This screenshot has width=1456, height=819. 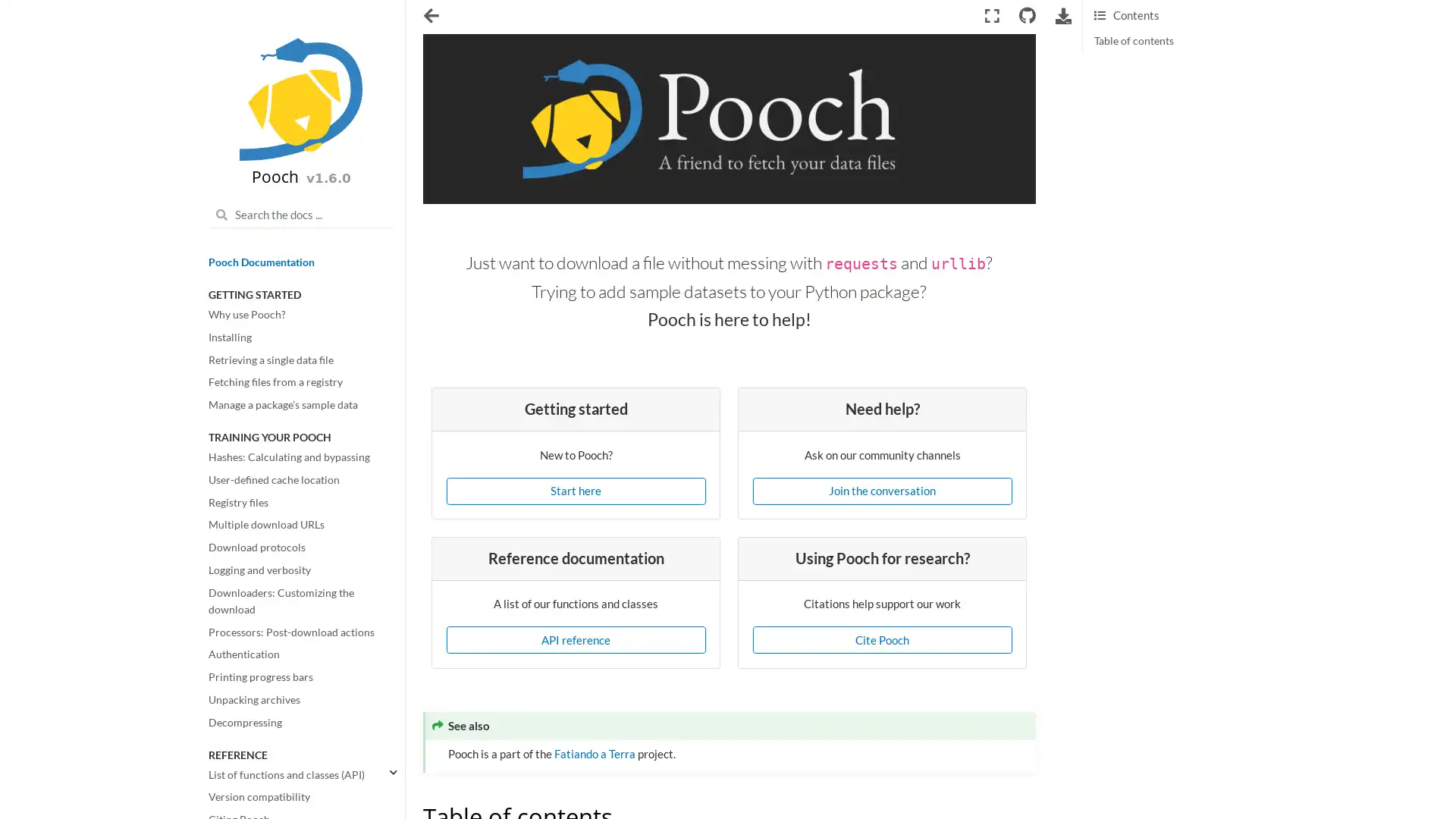 What do you see at coordinates (1026, 15) in the screenshot?
I see `Connect with source repository` at bounding box center [1026, 15].